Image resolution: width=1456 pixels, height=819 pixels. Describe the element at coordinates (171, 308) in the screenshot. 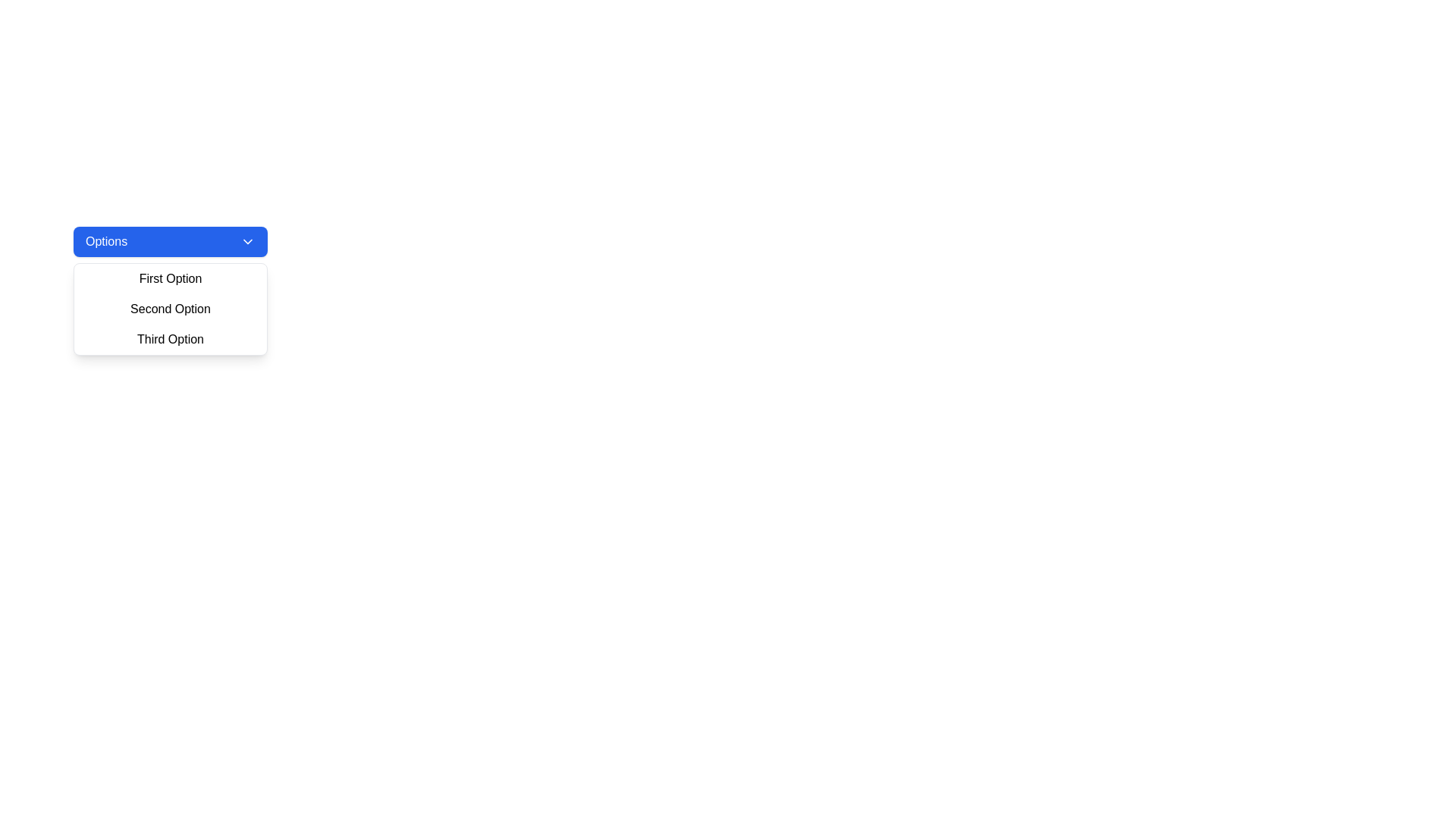

I see `the 'Second Option' text link within the dropdown menu` at that location.